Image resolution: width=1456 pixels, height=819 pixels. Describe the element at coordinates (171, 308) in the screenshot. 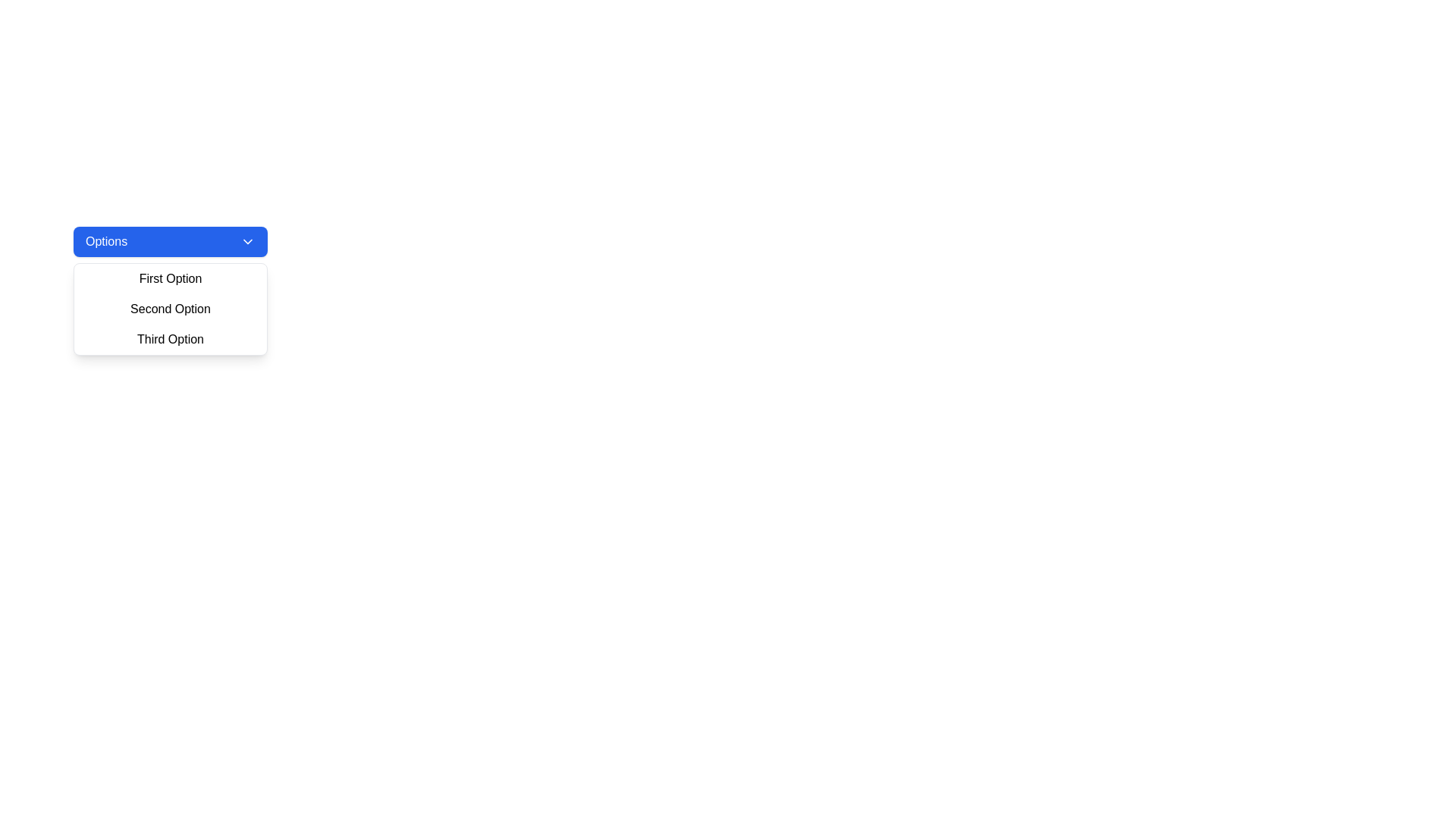

I see `the 'Second Option' text link within the dropdown menu` at that location.